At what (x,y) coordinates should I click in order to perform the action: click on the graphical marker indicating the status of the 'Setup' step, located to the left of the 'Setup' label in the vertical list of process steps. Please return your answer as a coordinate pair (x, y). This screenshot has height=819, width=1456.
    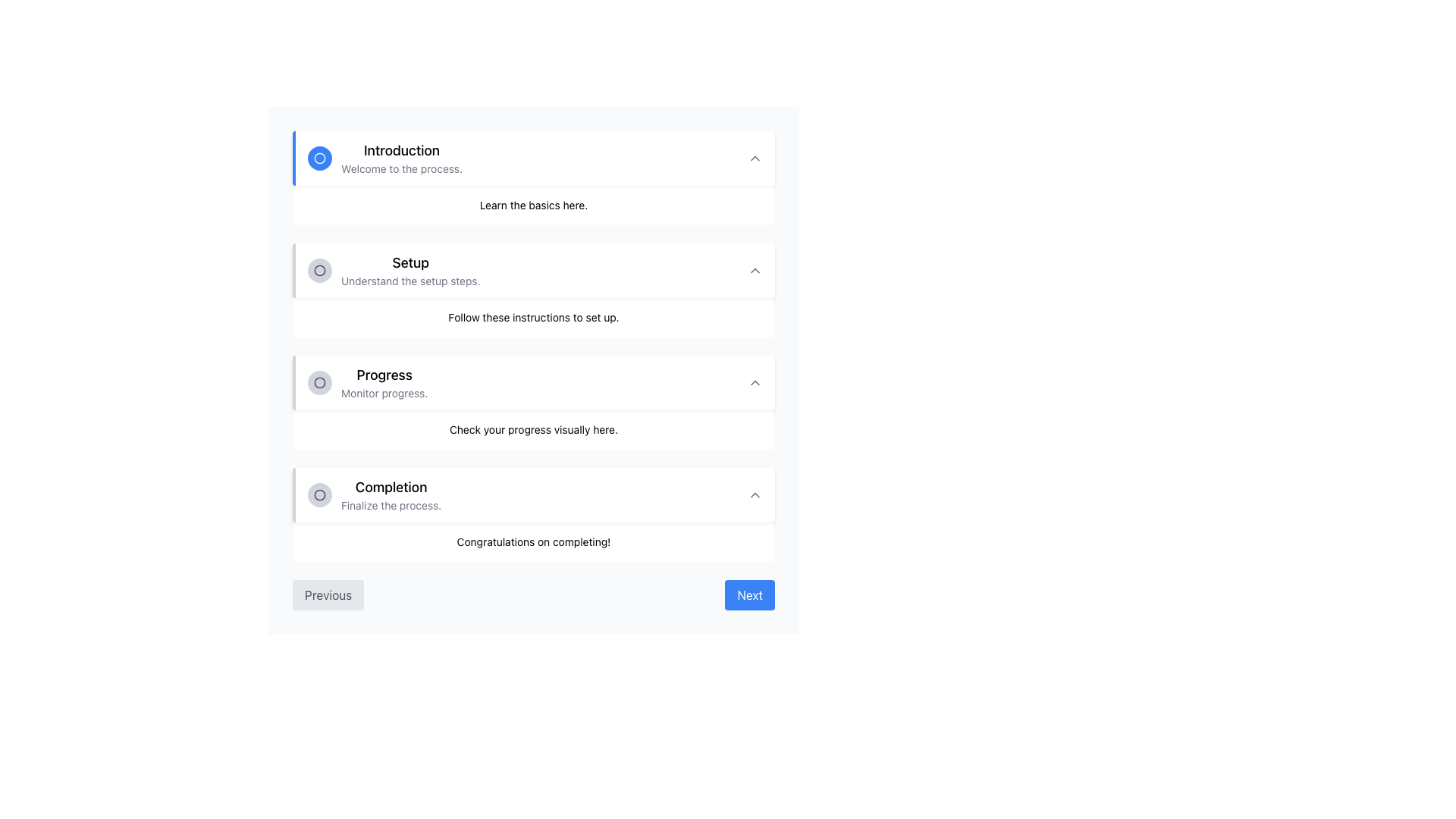
    Looking at the image, I should click on (319, 270).